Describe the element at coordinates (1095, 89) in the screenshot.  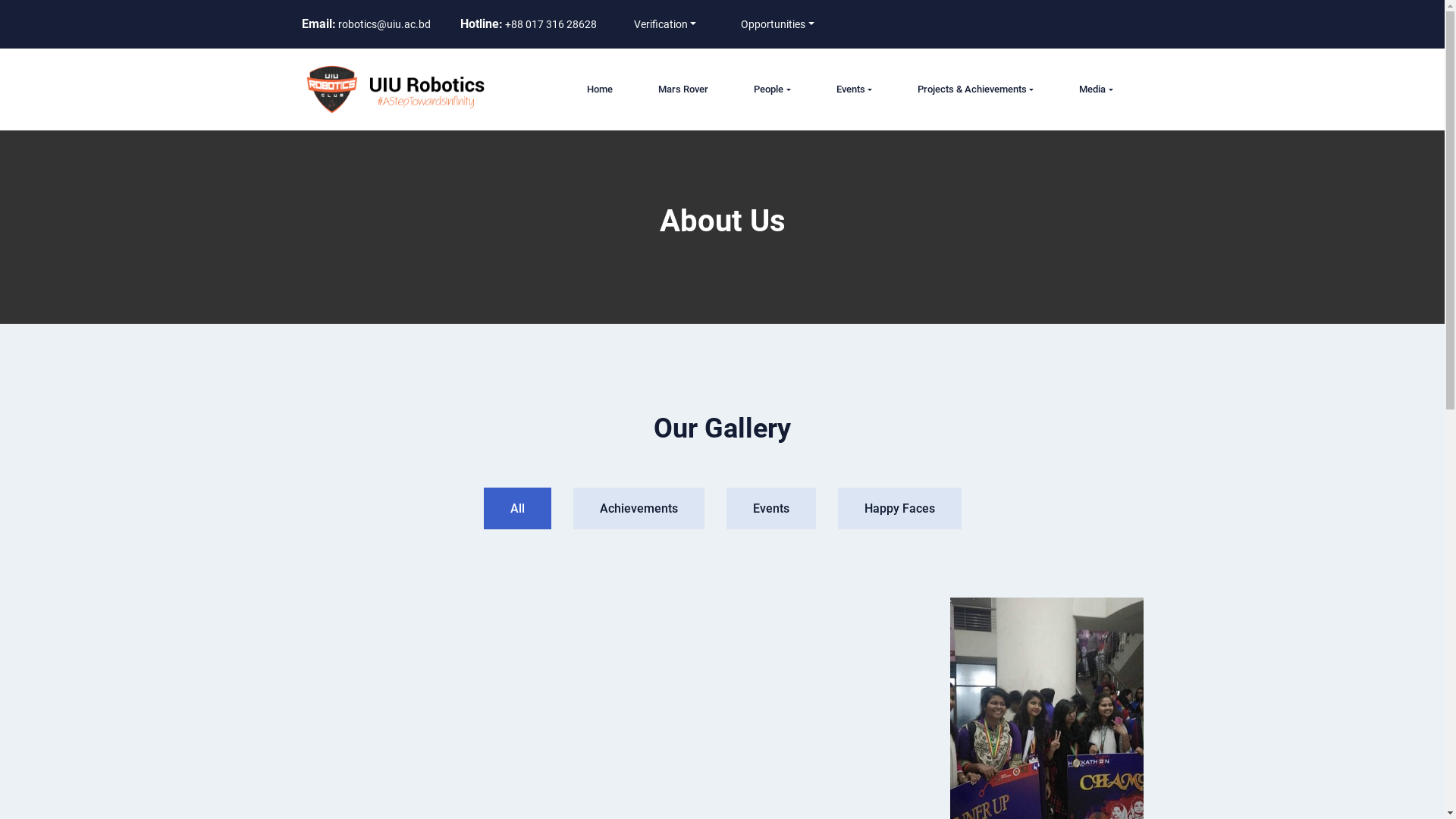
I see `'Media'` at that location.